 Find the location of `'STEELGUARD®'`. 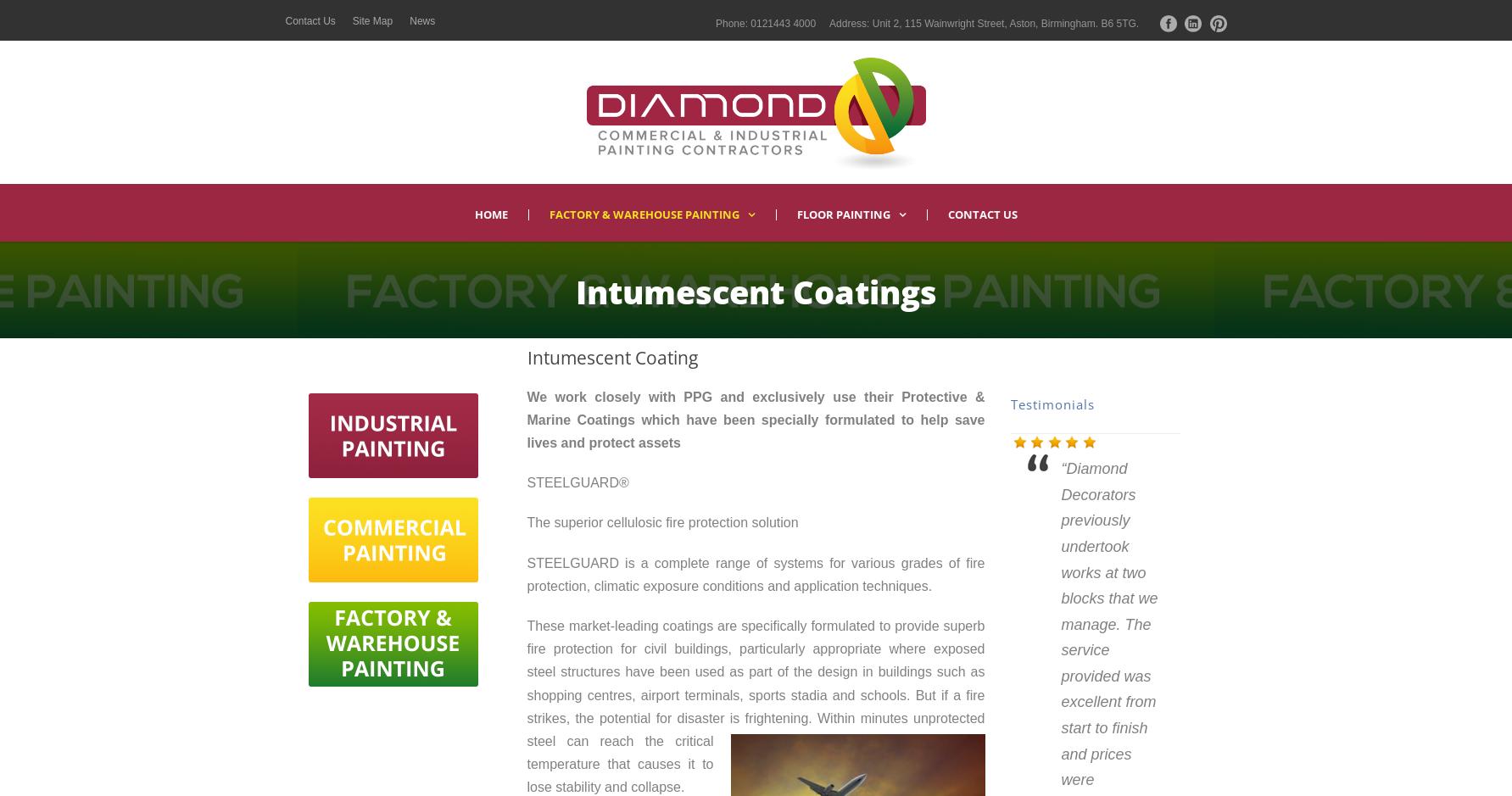

'STEELGUARD®' is located at coordinates (527, 481).